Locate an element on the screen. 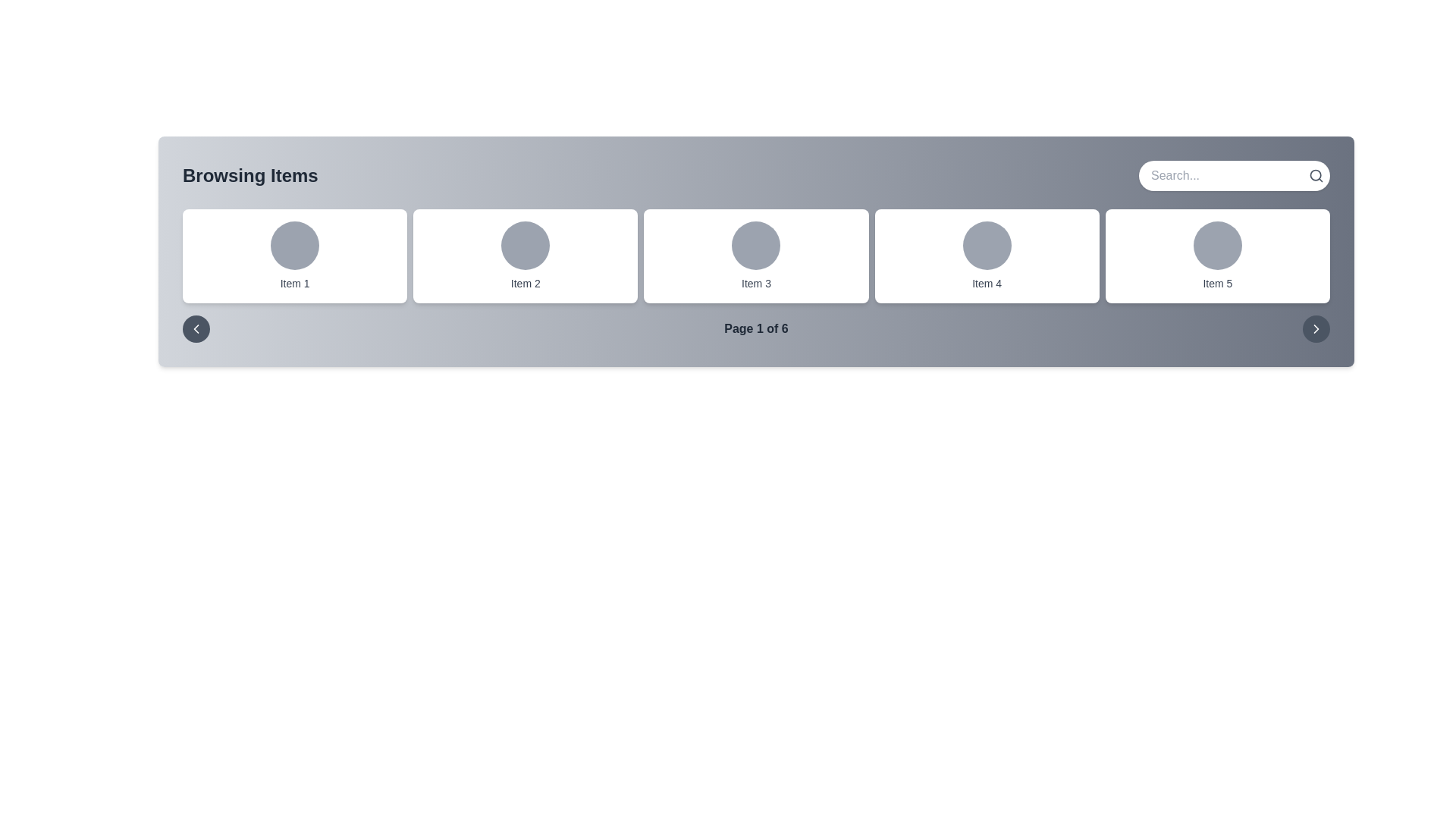 The height and width of the screenshot is (819, 1456). the icon representing 'Item 3' in the panel is located at coordinates (756, 245).